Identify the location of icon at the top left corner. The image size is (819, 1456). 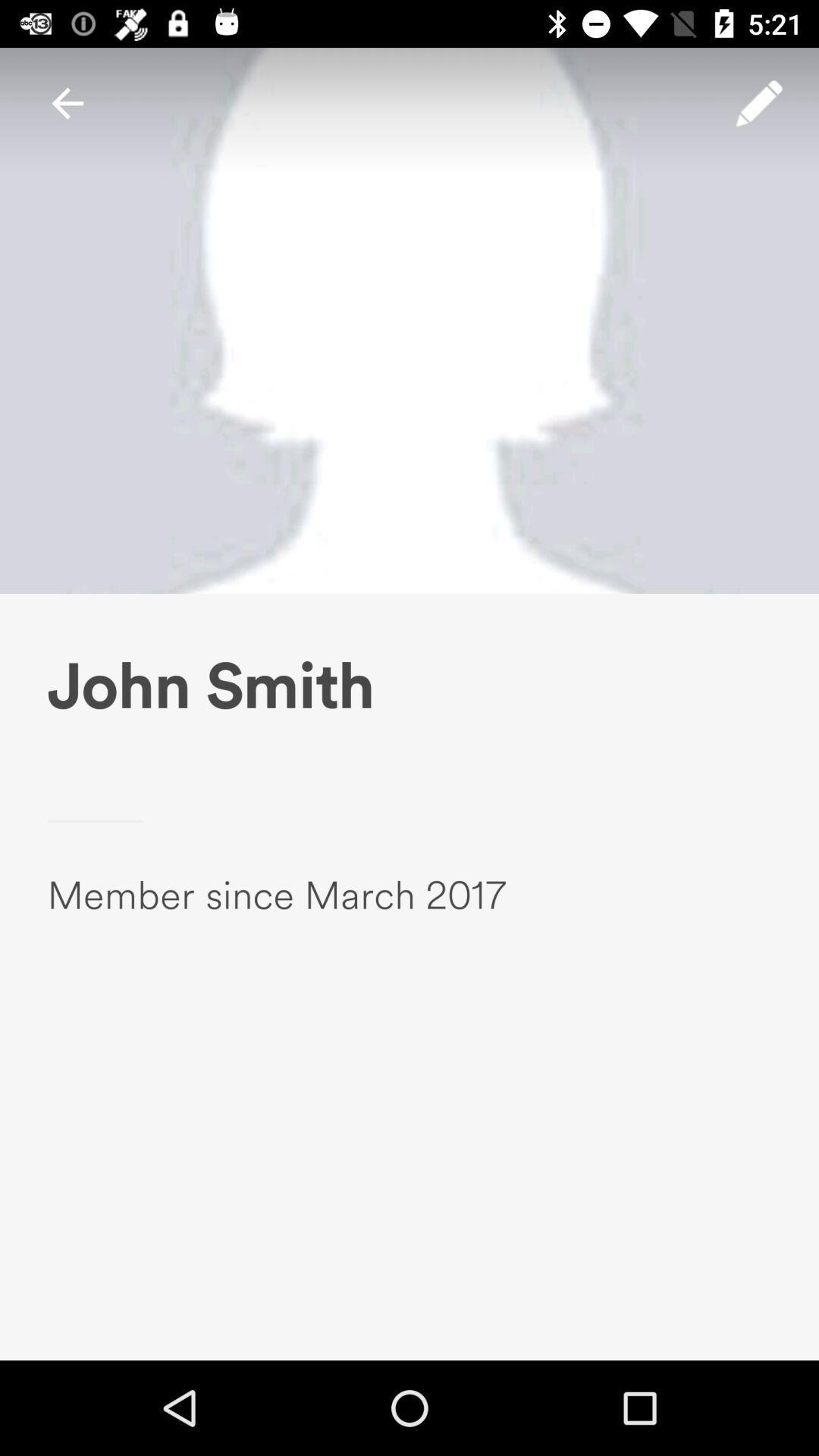
(67, 102).